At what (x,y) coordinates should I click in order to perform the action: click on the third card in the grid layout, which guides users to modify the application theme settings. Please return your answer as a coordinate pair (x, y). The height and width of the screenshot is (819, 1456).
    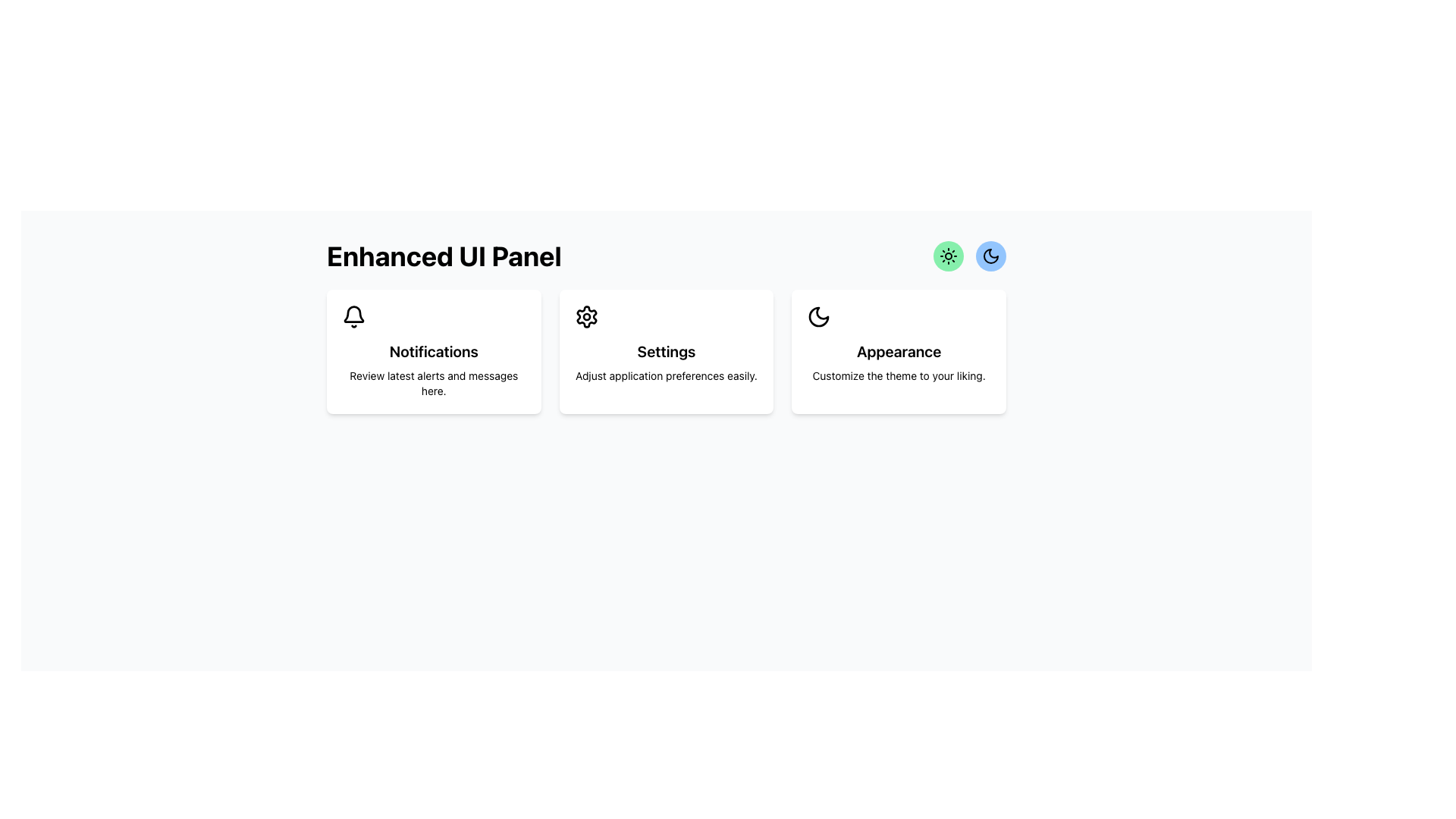
    Looking at the image, I should click on (899, 351).